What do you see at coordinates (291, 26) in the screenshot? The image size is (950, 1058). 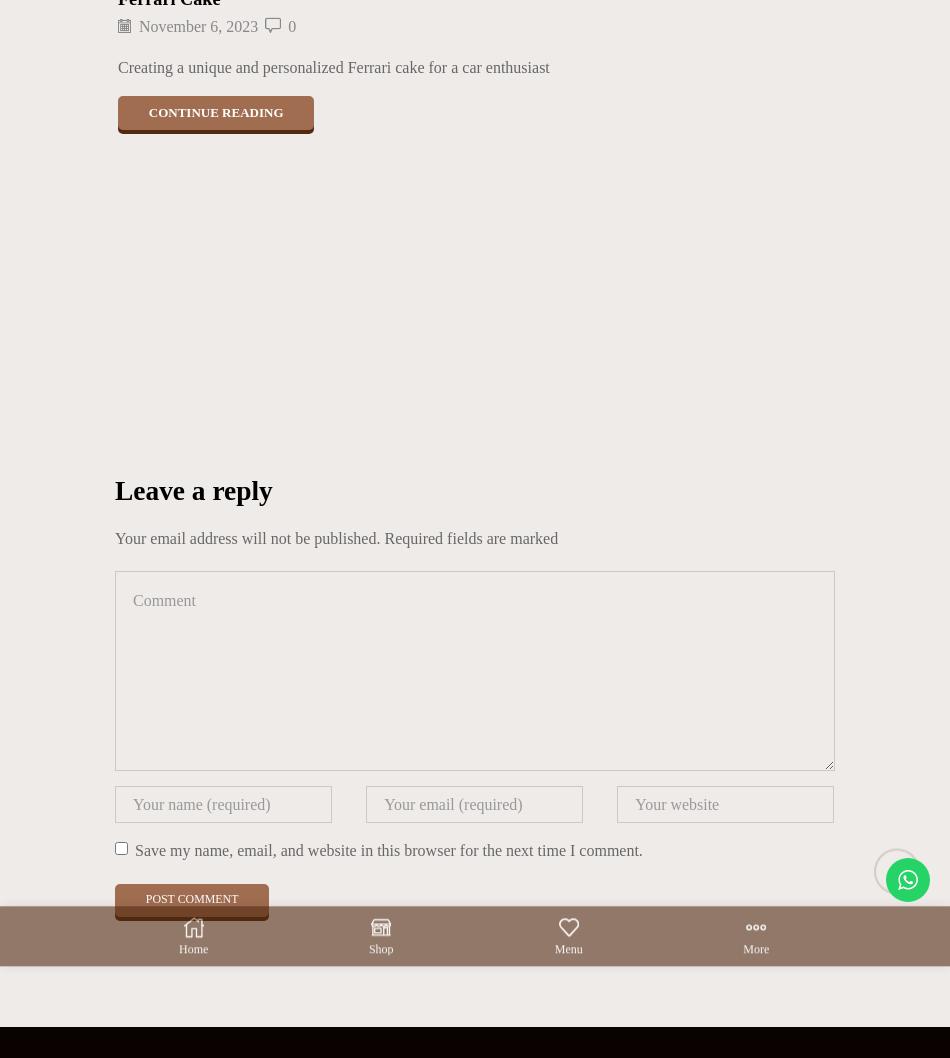 I see `'0'` at bounding box center [291, 26].